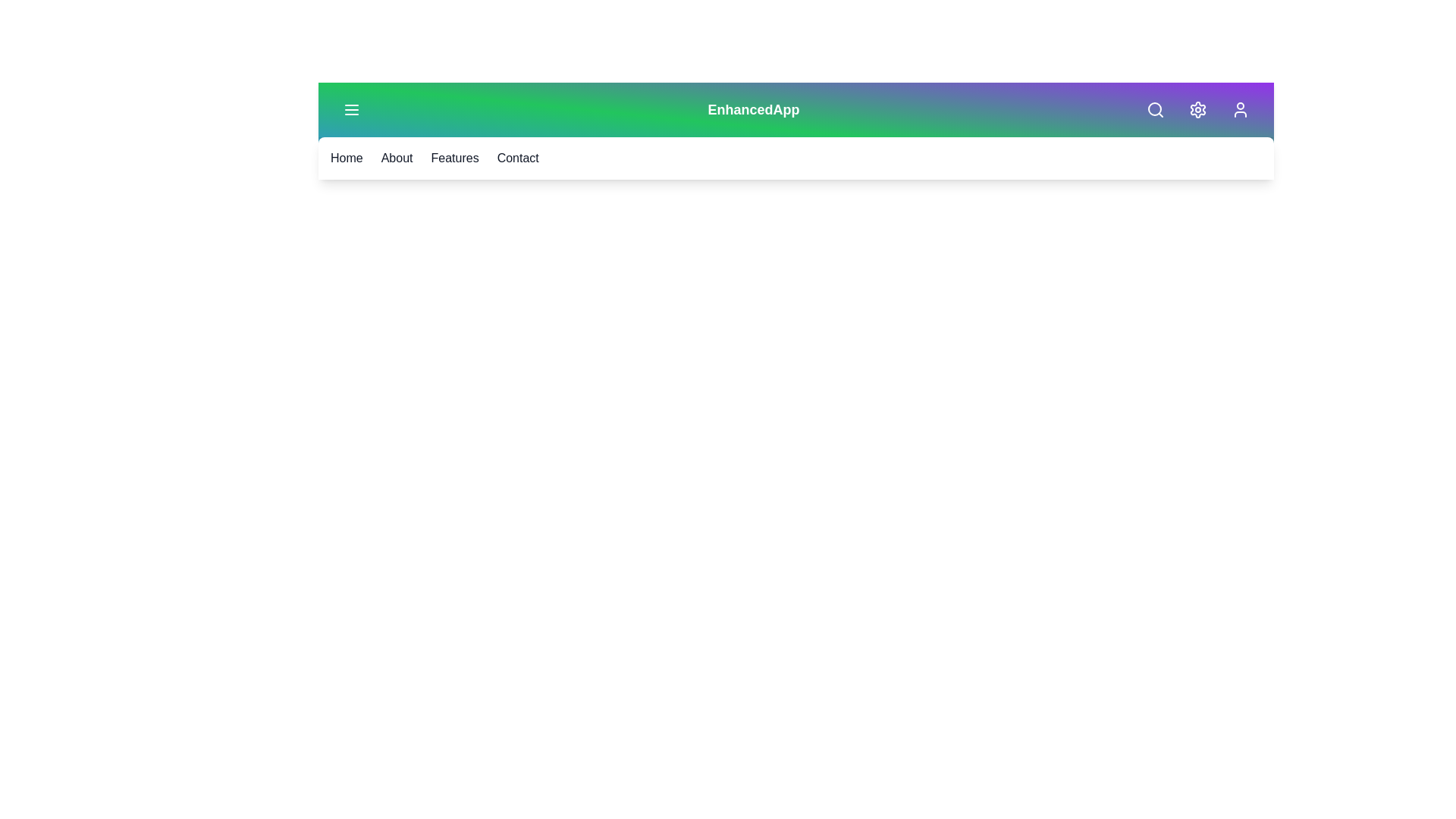  Describe the element at coordinates (351, 109) in the screenshot. I see `the menu button to toggle the menu visibility` at that location.